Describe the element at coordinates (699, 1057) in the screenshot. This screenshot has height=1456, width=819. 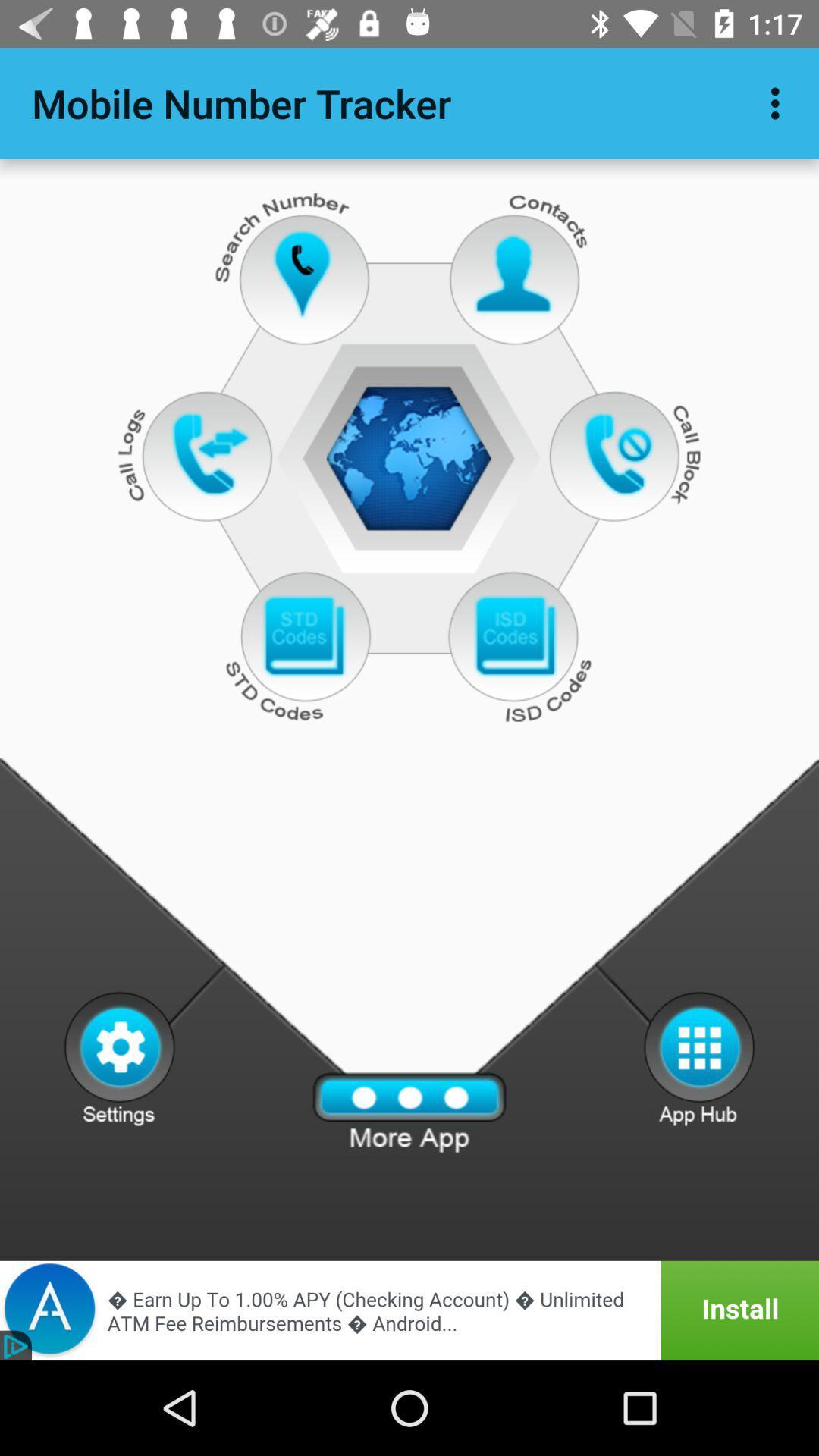
I see `app hub` at that location.